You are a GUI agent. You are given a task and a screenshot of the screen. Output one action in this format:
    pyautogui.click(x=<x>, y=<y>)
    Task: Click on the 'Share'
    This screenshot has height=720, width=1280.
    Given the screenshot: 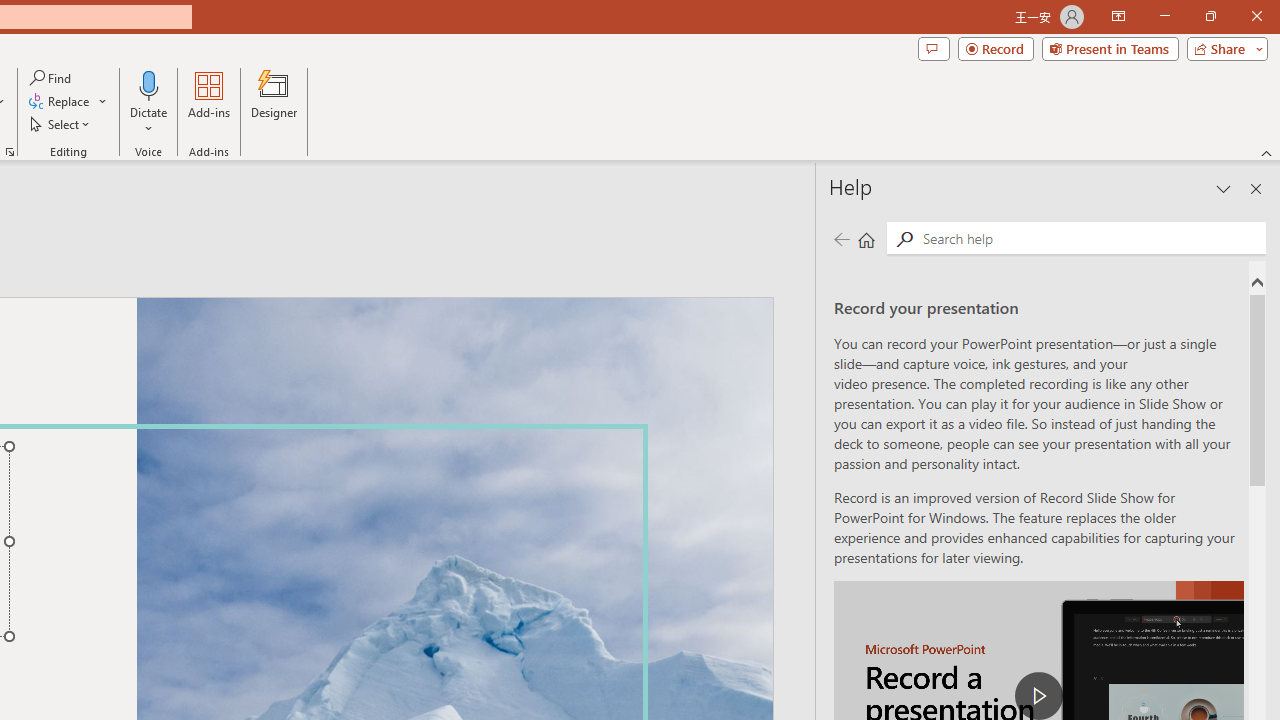 What is the action you would take?
    pyautogui.click(x=1222, y=47)
    